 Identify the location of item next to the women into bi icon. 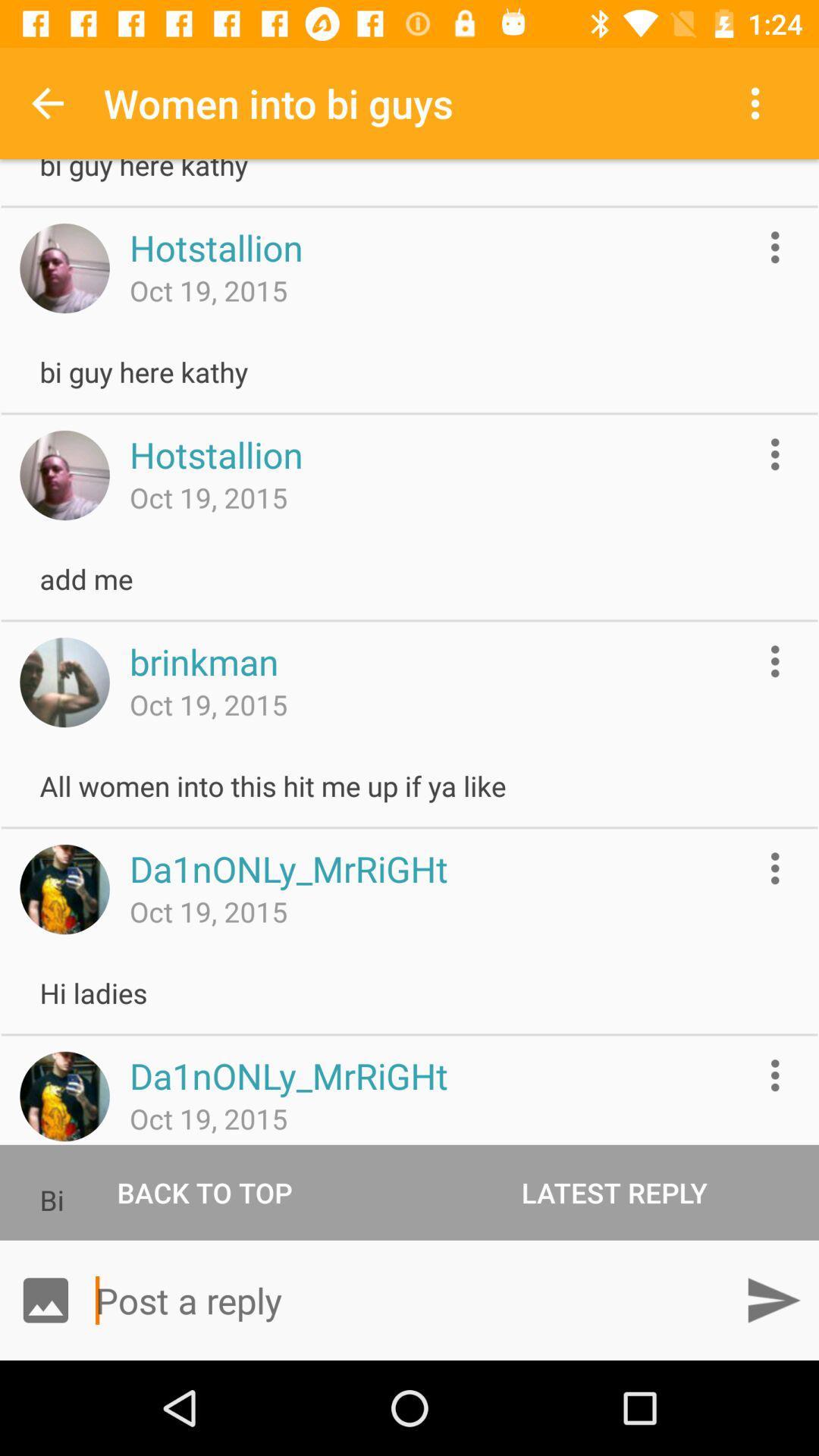
(46, 102).